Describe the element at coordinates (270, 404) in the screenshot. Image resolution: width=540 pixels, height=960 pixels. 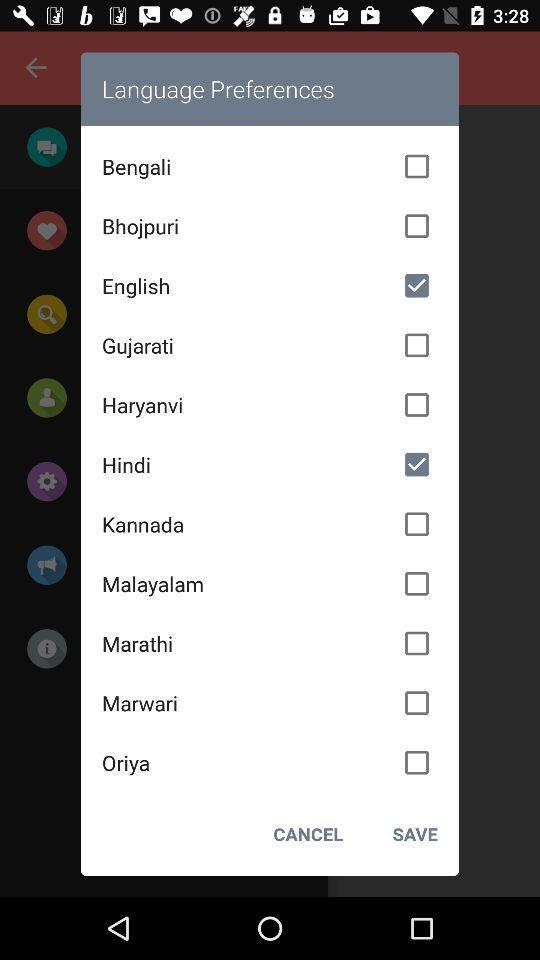
I see `icon above hindi item` at that location.